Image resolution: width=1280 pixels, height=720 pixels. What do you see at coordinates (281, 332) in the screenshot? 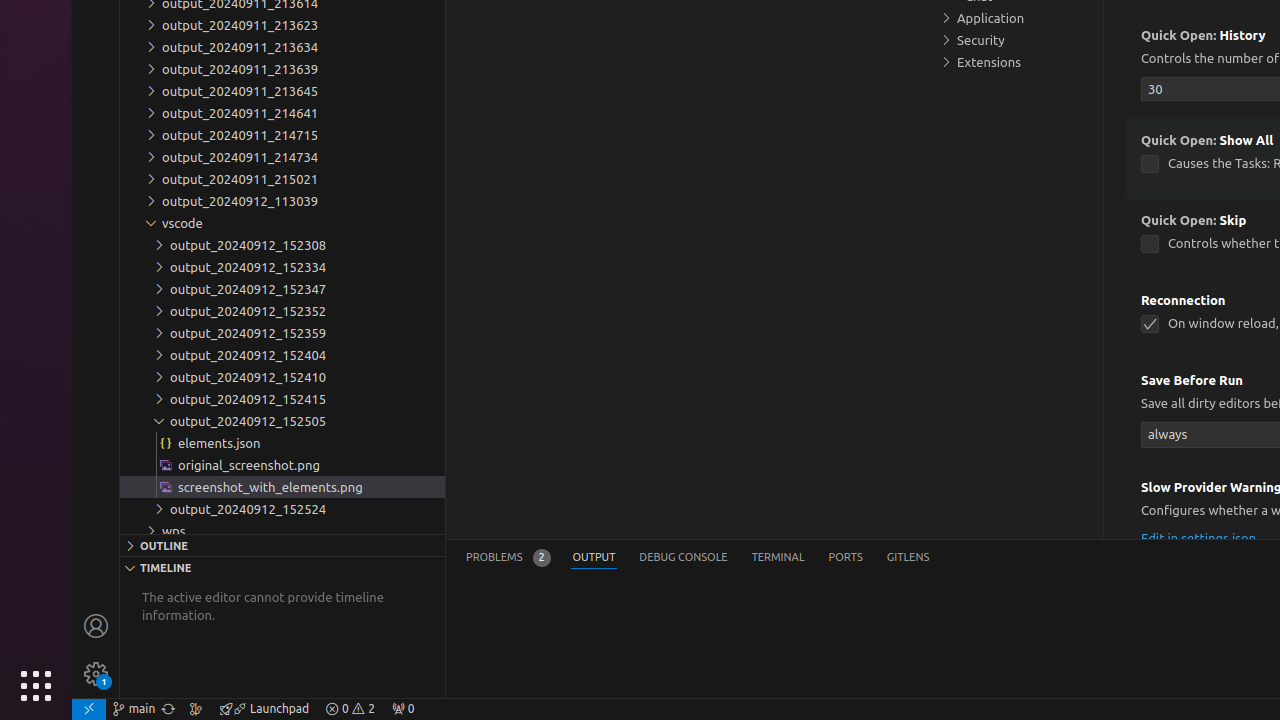
I see `'output_20240912_152359'` at bounding box center [281, 332].